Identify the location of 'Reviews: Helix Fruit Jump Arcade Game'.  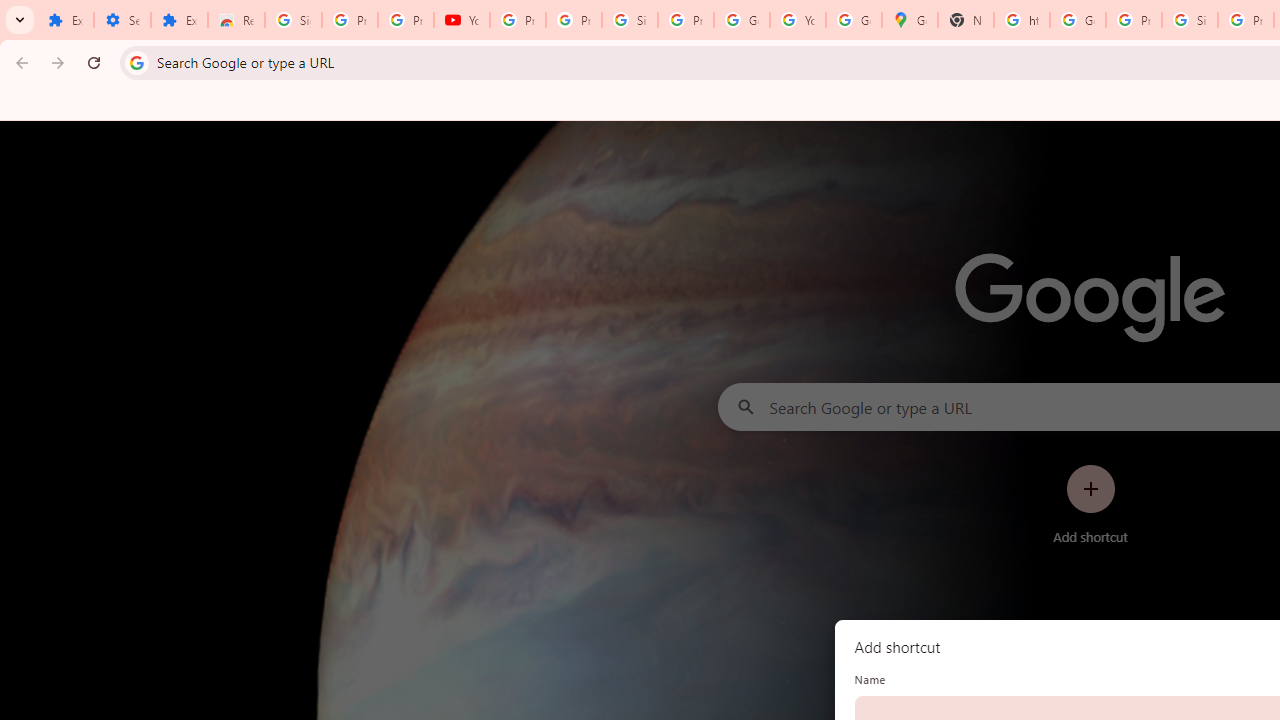
(236, 20).